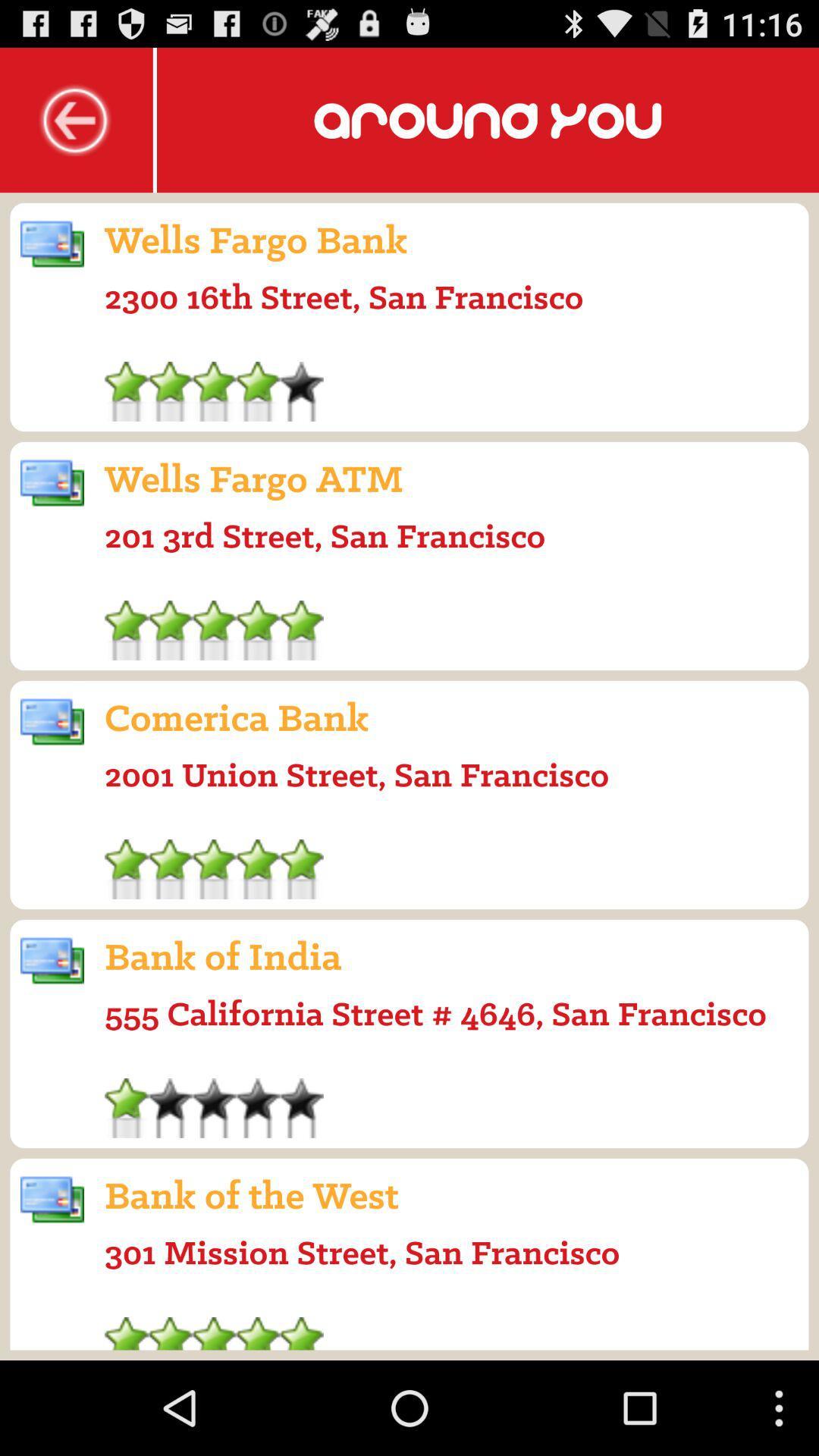 This screenshot has height=1456, width=819. I want to click on 201 3rd street icon, so click(324, 535).